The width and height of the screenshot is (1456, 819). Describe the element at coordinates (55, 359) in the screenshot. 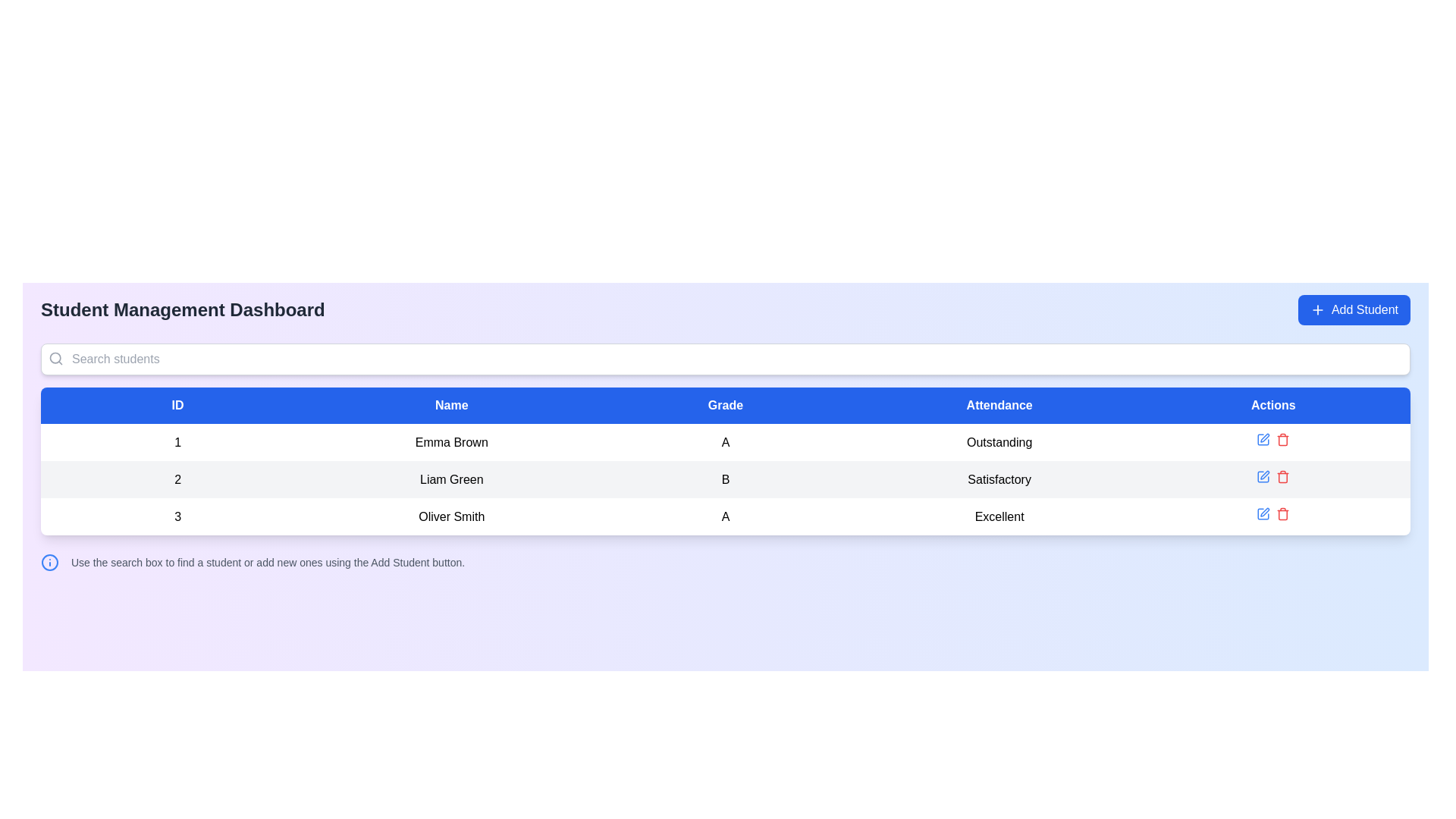

I see `the circular magnifying glass icon, which is gray and located at the left side of the search bar before the 'Search students.' placeholder text` at that location.